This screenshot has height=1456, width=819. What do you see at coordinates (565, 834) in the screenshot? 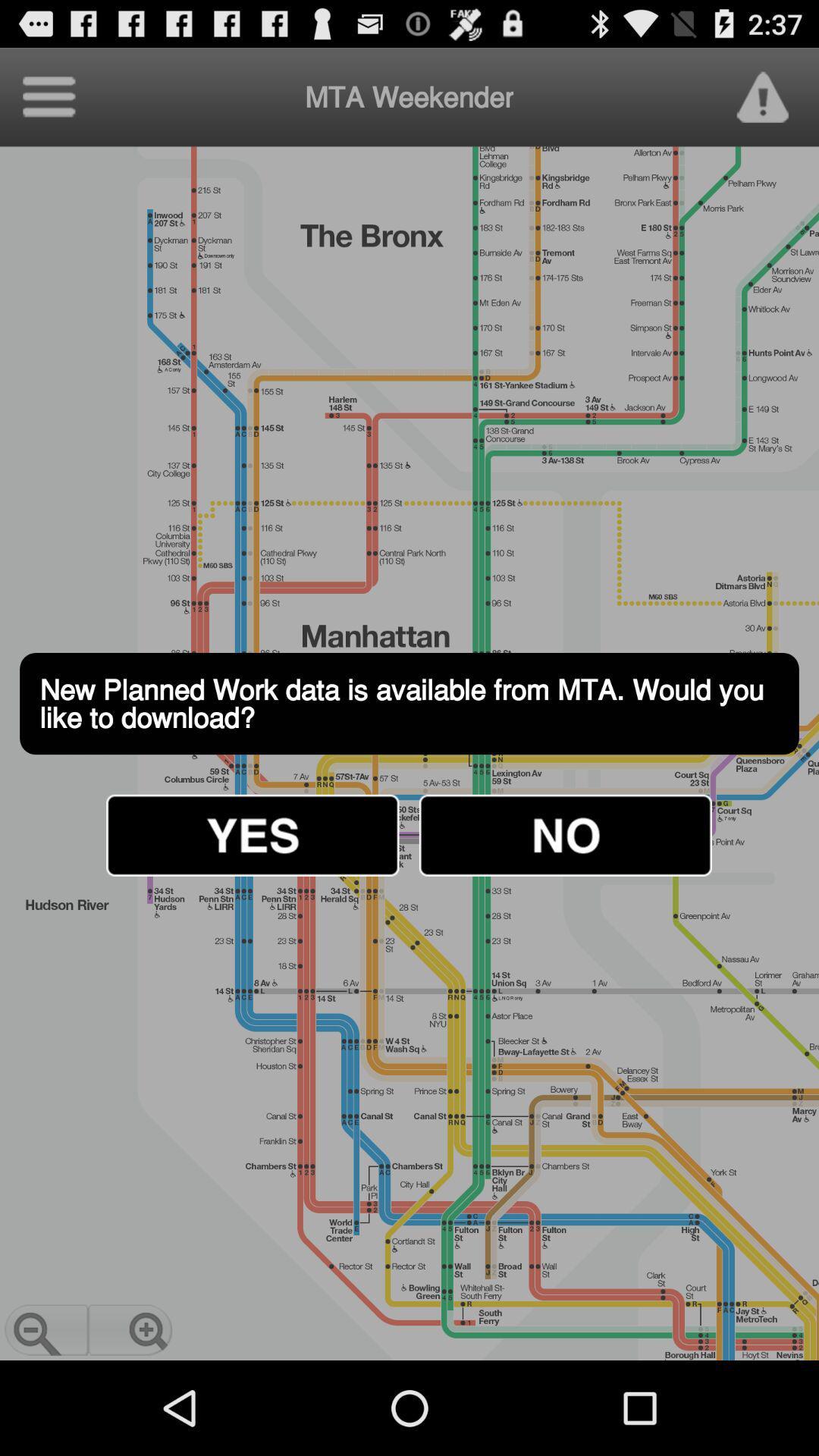
I see `app below the new planned work icon` at bounding box center [565, 834].